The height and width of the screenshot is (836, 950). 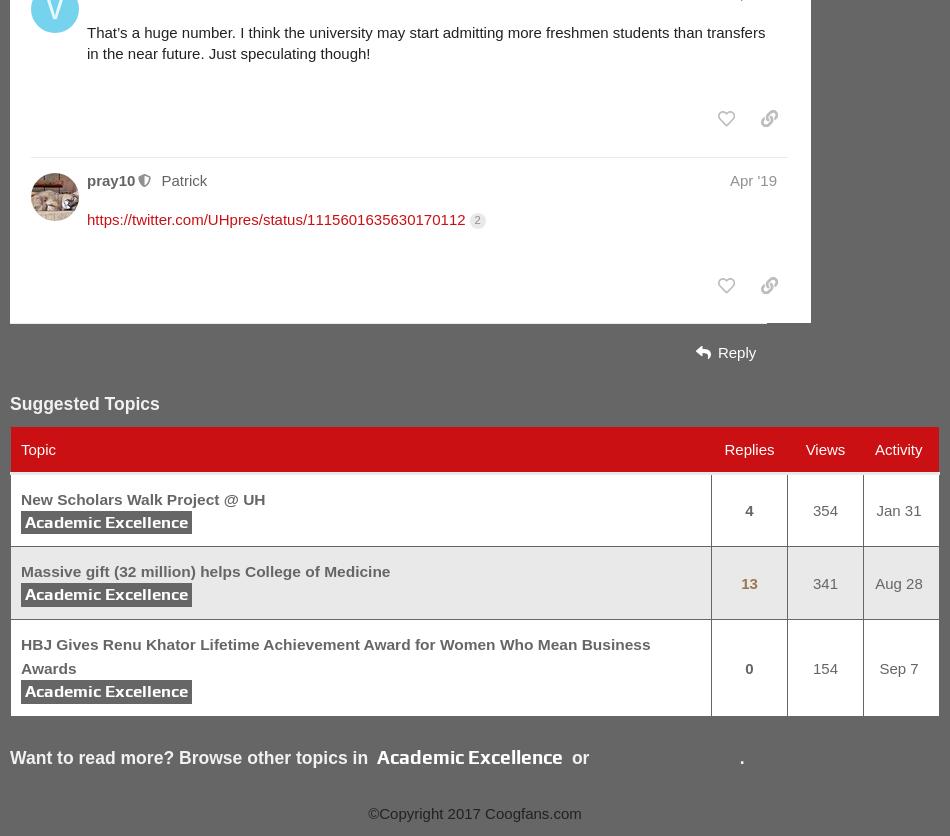 I want to click on '341', so click(x=823, y=581).